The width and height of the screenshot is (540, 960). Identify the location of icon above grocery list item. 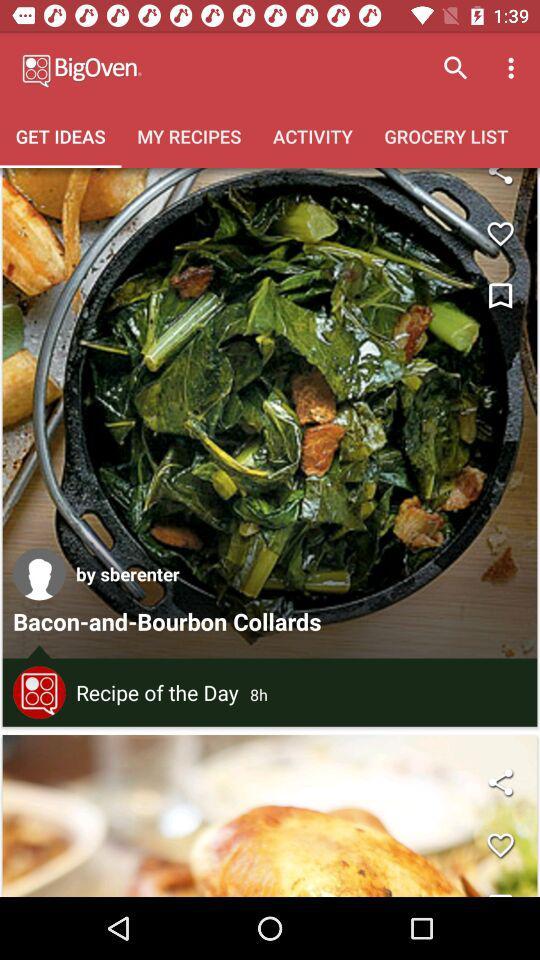
(455, 68).